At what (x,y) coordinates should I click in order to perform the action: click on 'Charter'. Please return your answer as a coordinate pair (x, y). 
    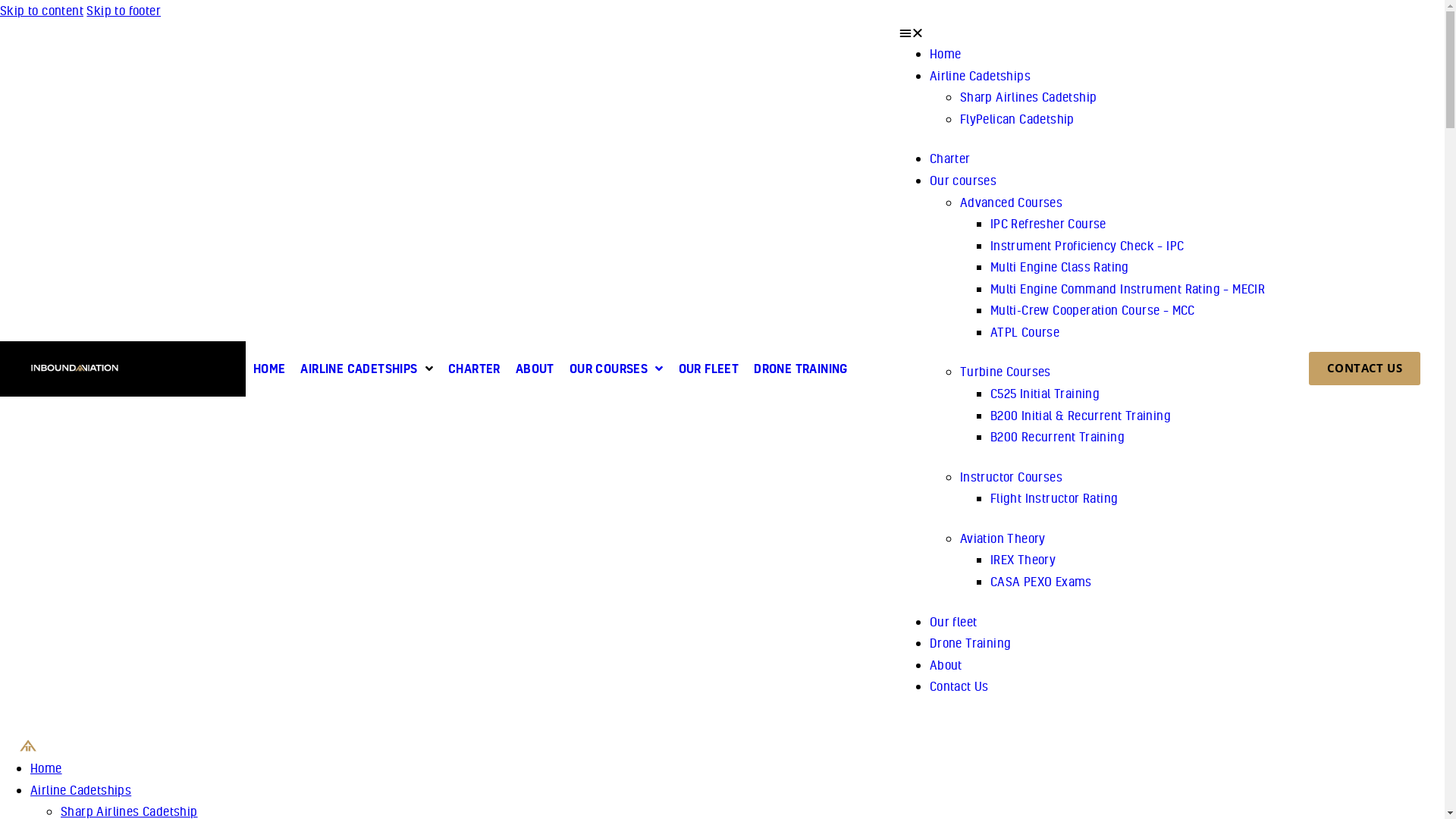
    Looking at the image, I should click on (949, 158).